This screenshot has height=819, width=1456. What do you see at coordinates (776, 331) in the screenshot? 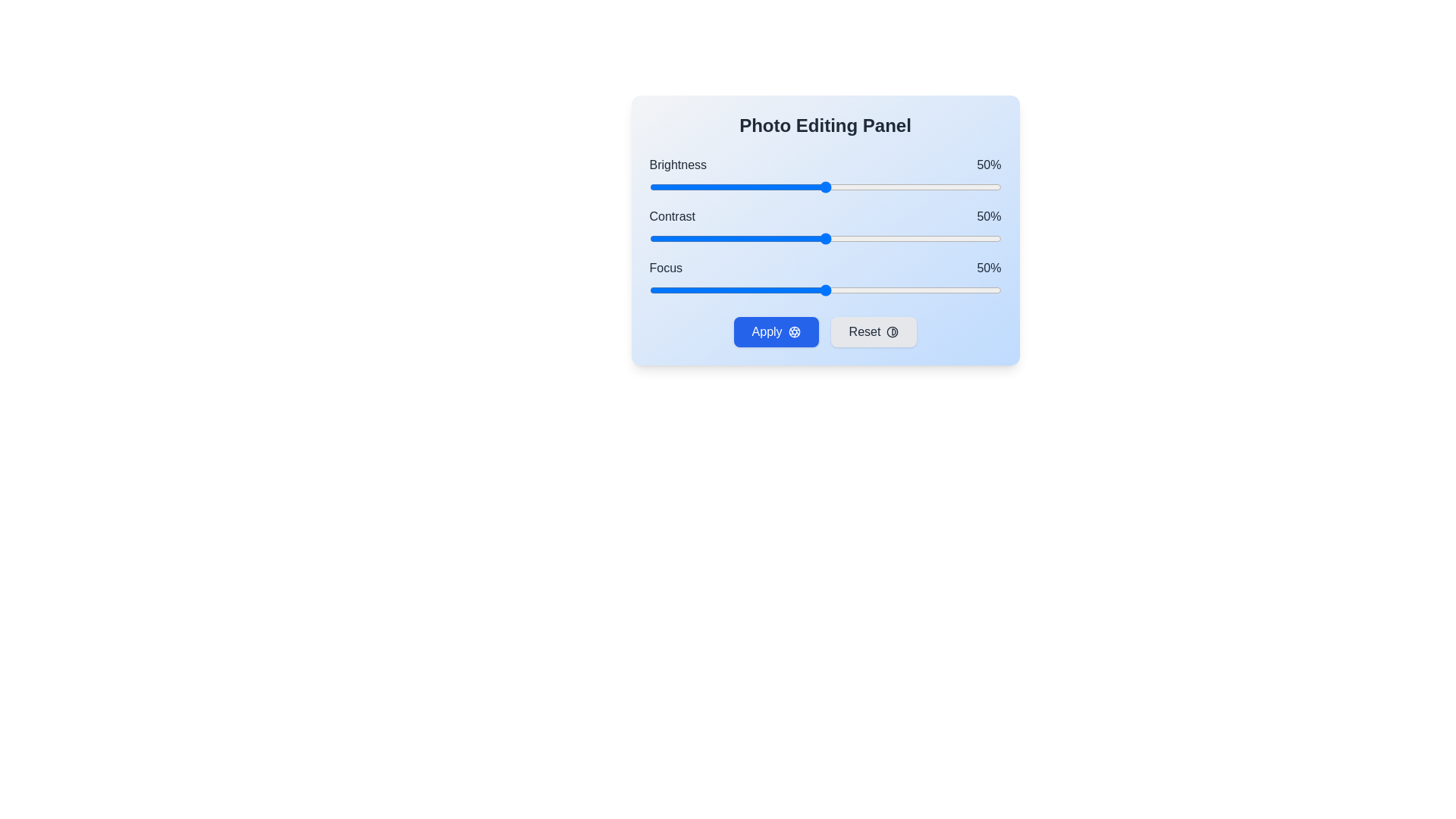
I see `the 'Apply' button to apply the changes` at bounding box center [776, 331].